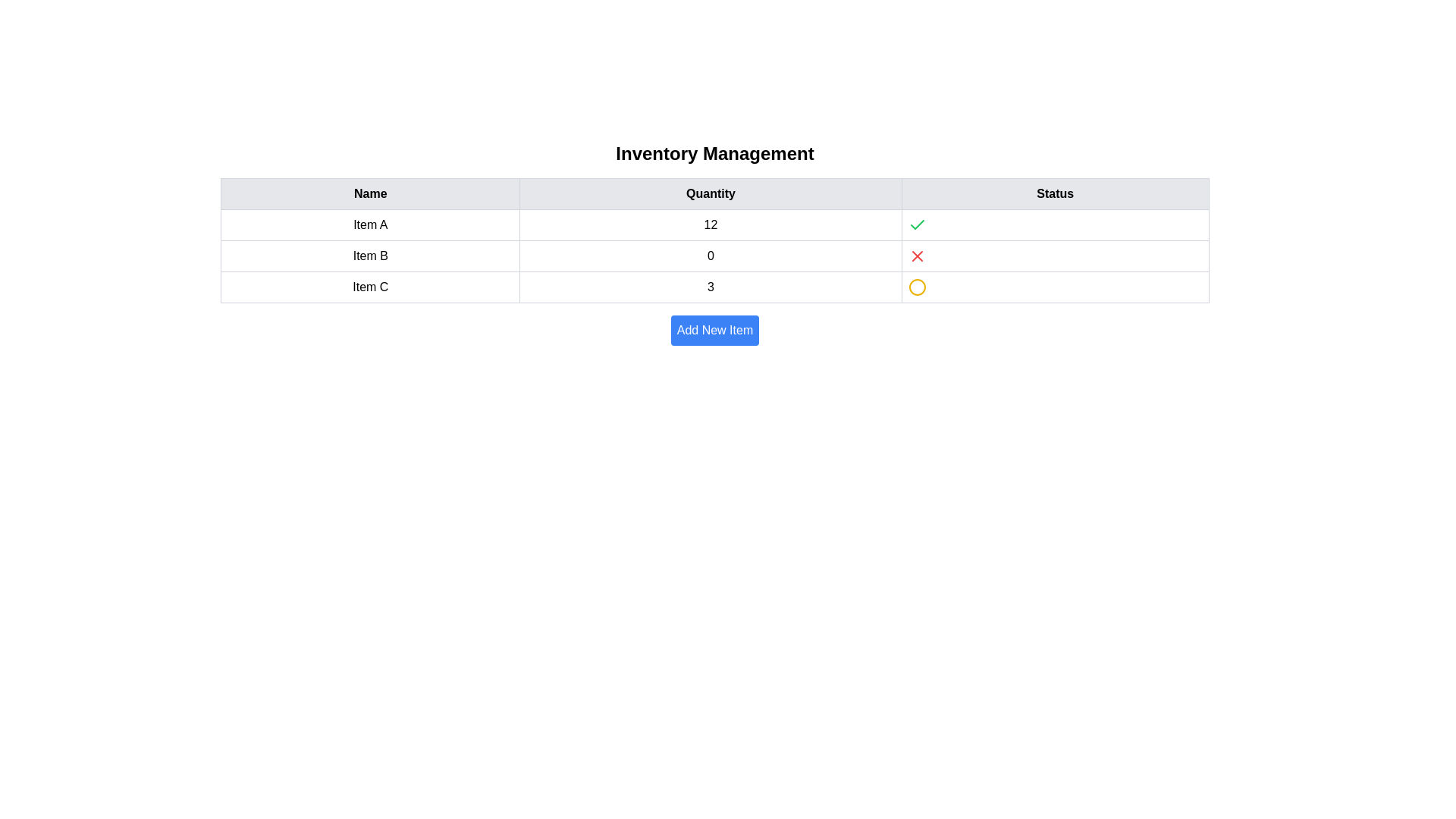 Image resolution: width=1456 pixels, height=819 pixels. What do you see at coordinates (370, 225) in the screenshot?
I see `the Text Label displaying 'Item A', which is located in the first row of the table under the 'Name' header` at bounding box center [370, 225].